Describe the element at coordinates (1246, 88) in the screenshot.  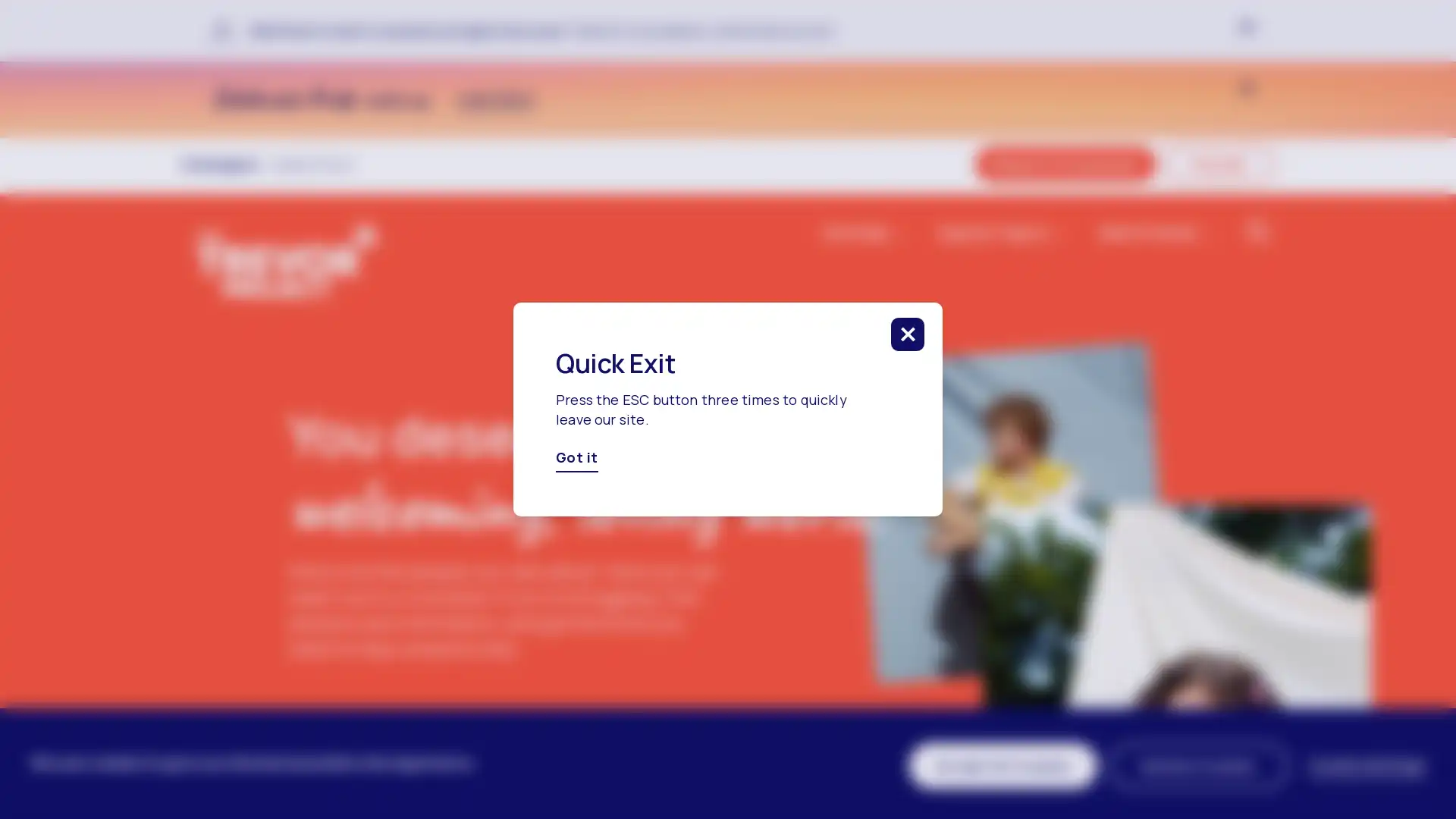
I see `click to close banner` at that location.